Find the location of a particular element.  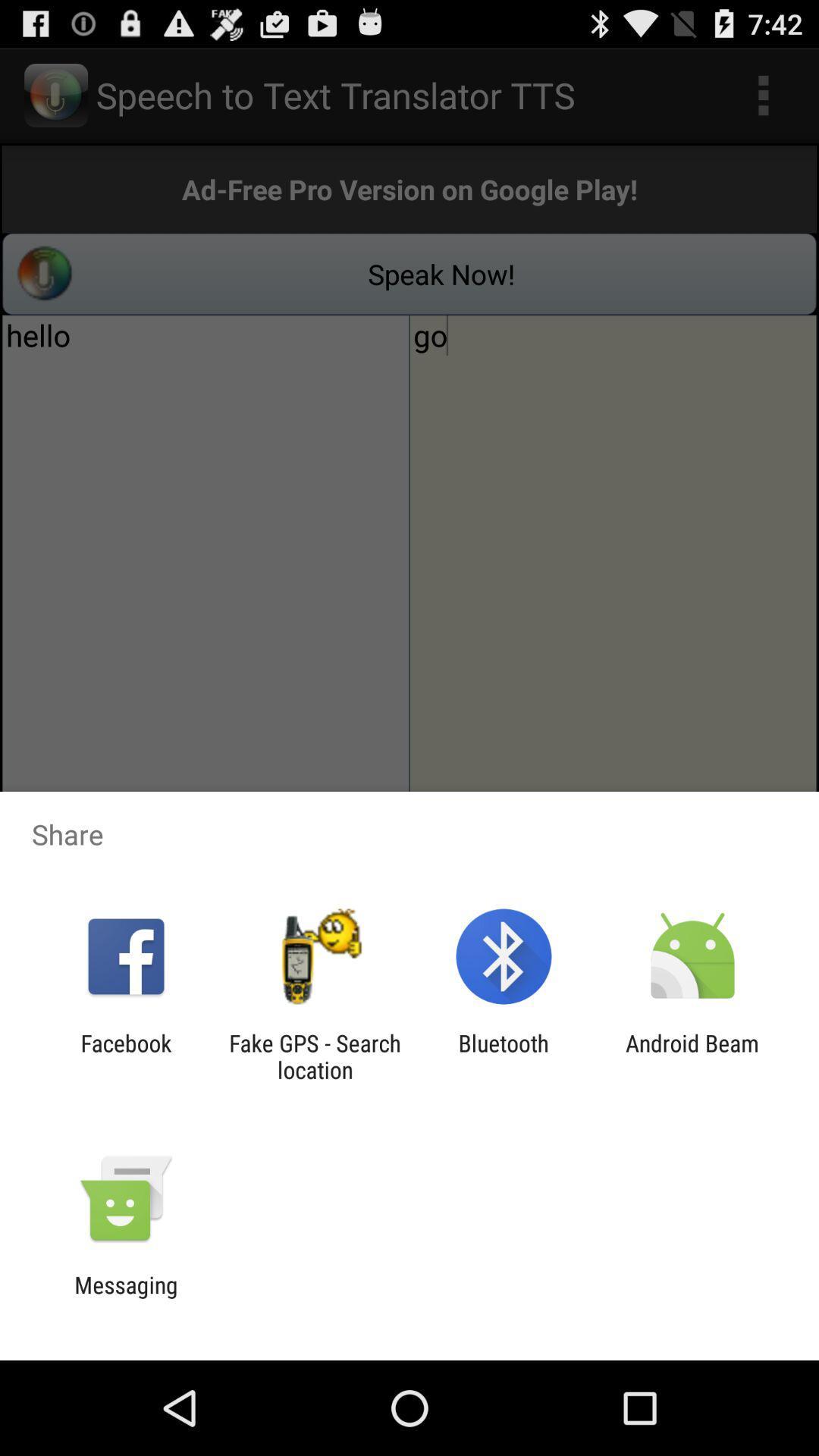

android beam item is located at coordinates (692, 1056).